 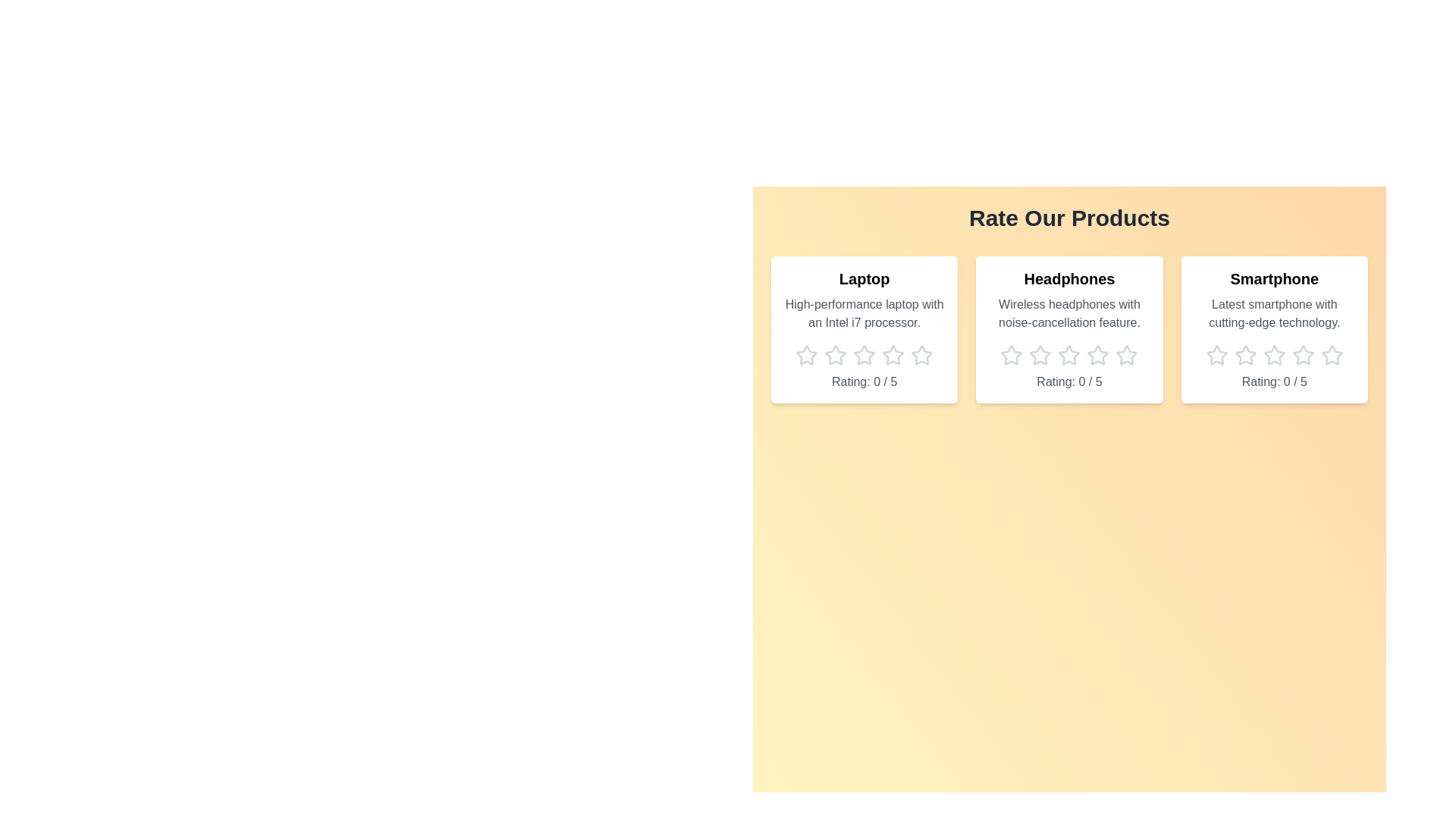 I want to click on the star icon corresponding to 4 stars for the product Smartphone, so click(x=1302, y=356).